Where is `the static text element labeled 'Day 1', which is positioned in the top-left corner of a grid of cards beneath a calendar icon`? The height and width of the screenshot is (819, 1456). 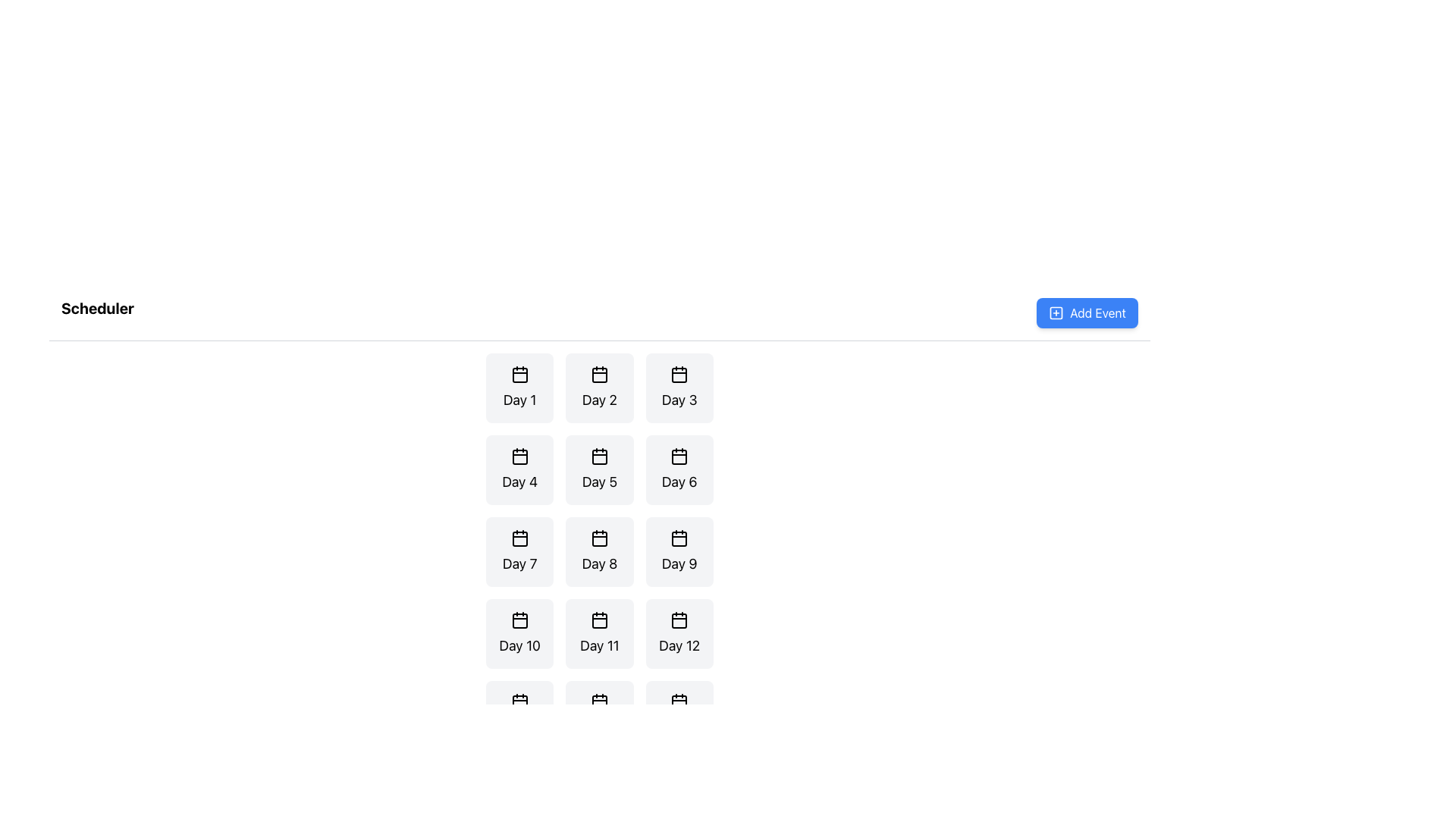 the static text element labeled 'Day 1', which is positioned in the top-left corner of a grid of cards beneath a calendar icon is located at coordinates (519, 400).